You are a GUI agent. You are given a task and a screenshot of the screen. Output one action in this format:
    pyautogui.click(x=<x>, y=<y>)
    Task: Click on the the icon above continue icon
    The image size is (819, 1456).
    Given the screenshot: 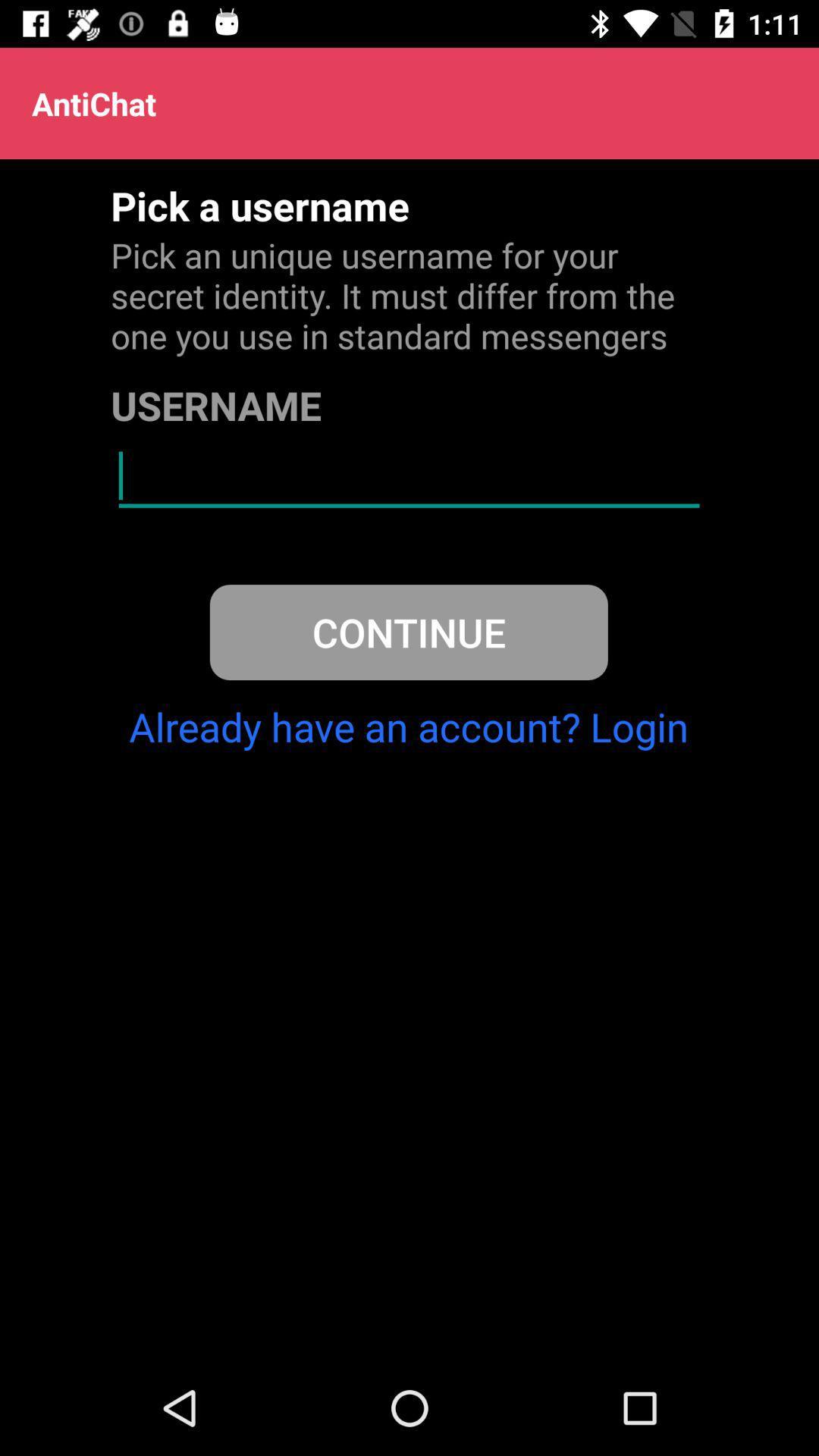 What is the action you would take?
    pyautogui.click(x=408, y=475)
    